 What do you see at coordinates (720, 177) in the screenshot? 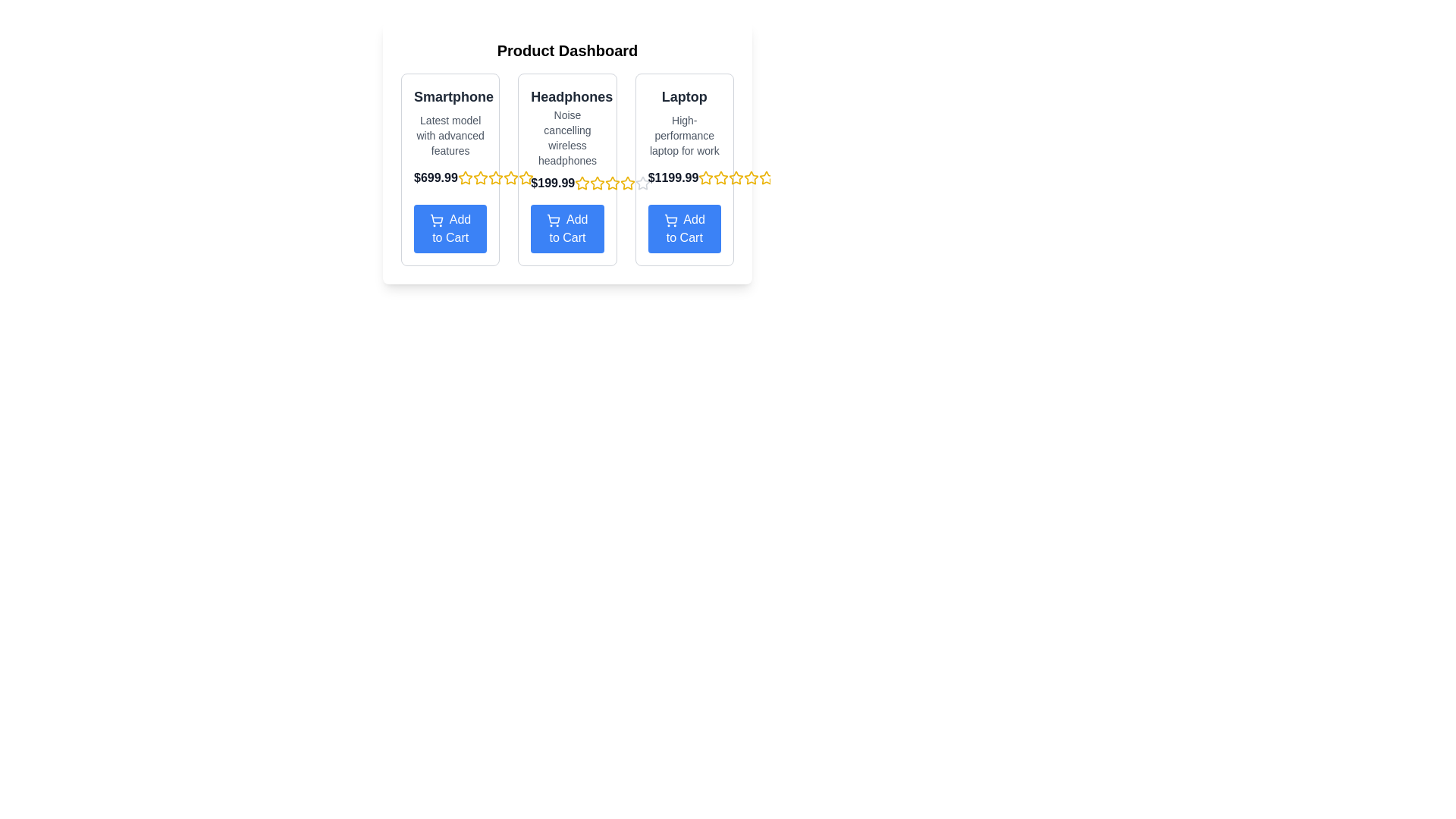
I see `the second rating star icon` at bounding box center [720, 177].